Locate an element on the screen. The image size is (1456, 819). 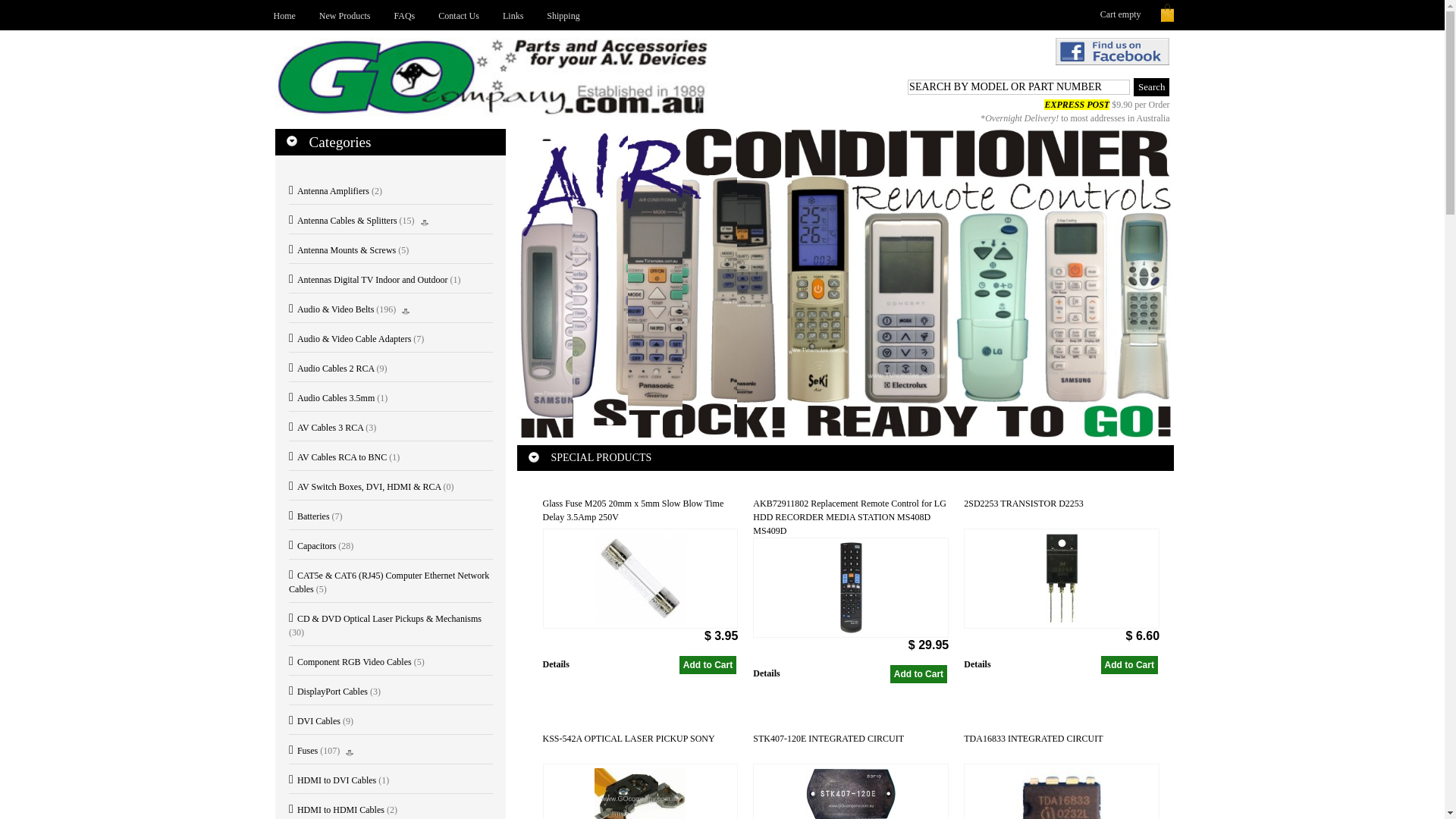
'HDMI to DVI Cables' is located at coordinates (288, 780).